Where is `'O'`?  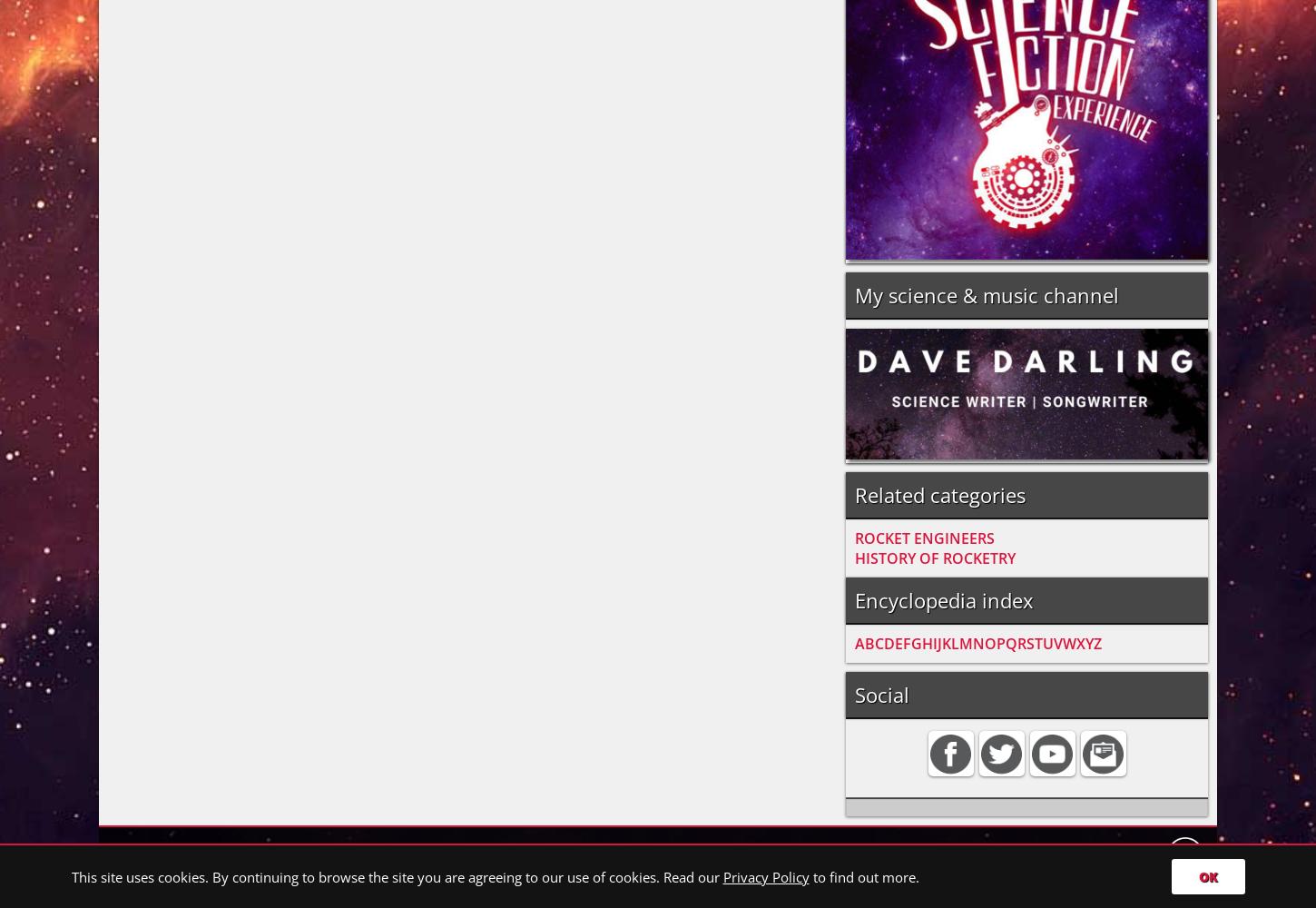 'O' is located at coordinates (989, 642).